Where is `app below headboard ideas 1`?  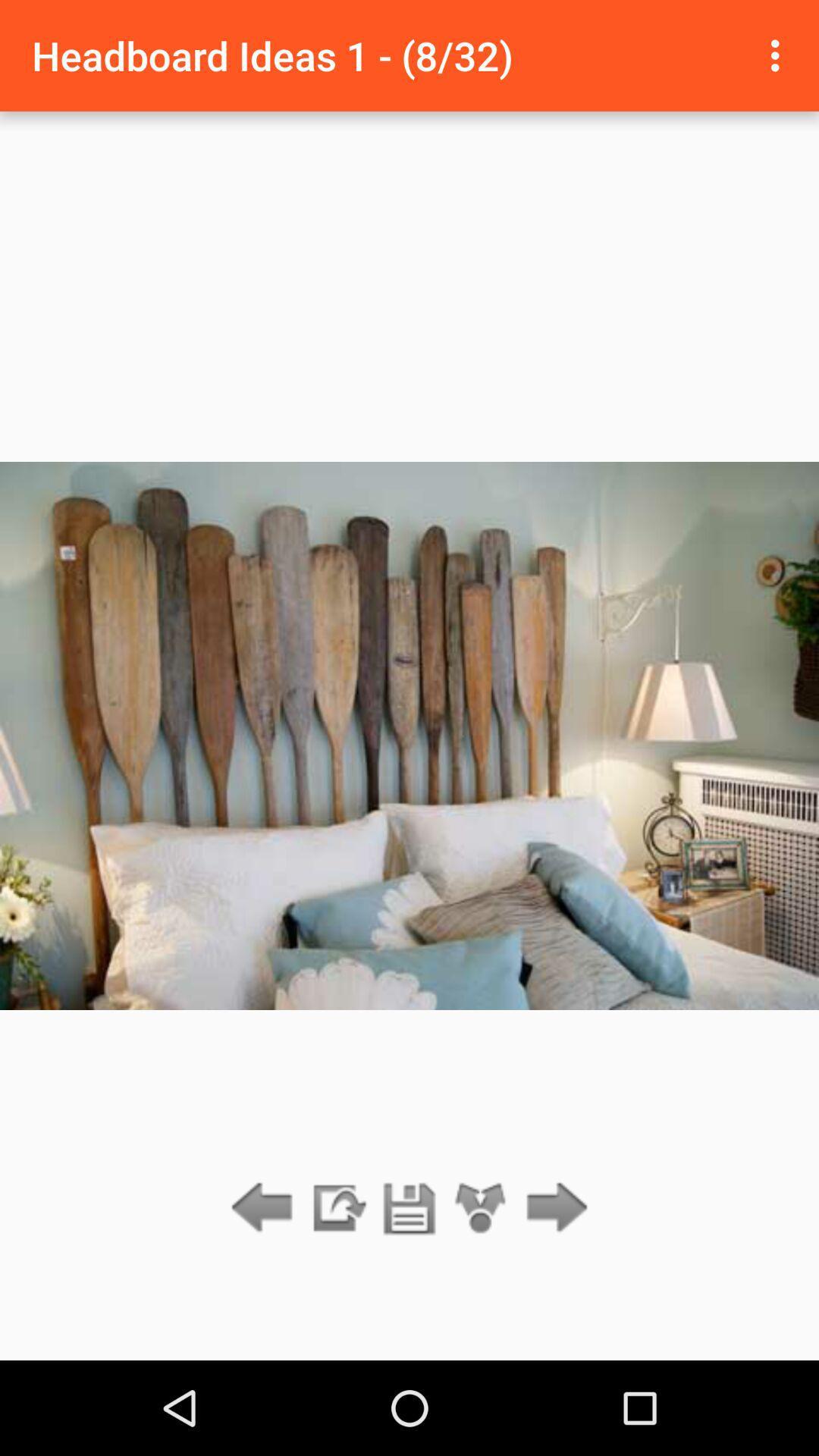
app below headboard ideas 1 is located at coordinates (481, 1208).